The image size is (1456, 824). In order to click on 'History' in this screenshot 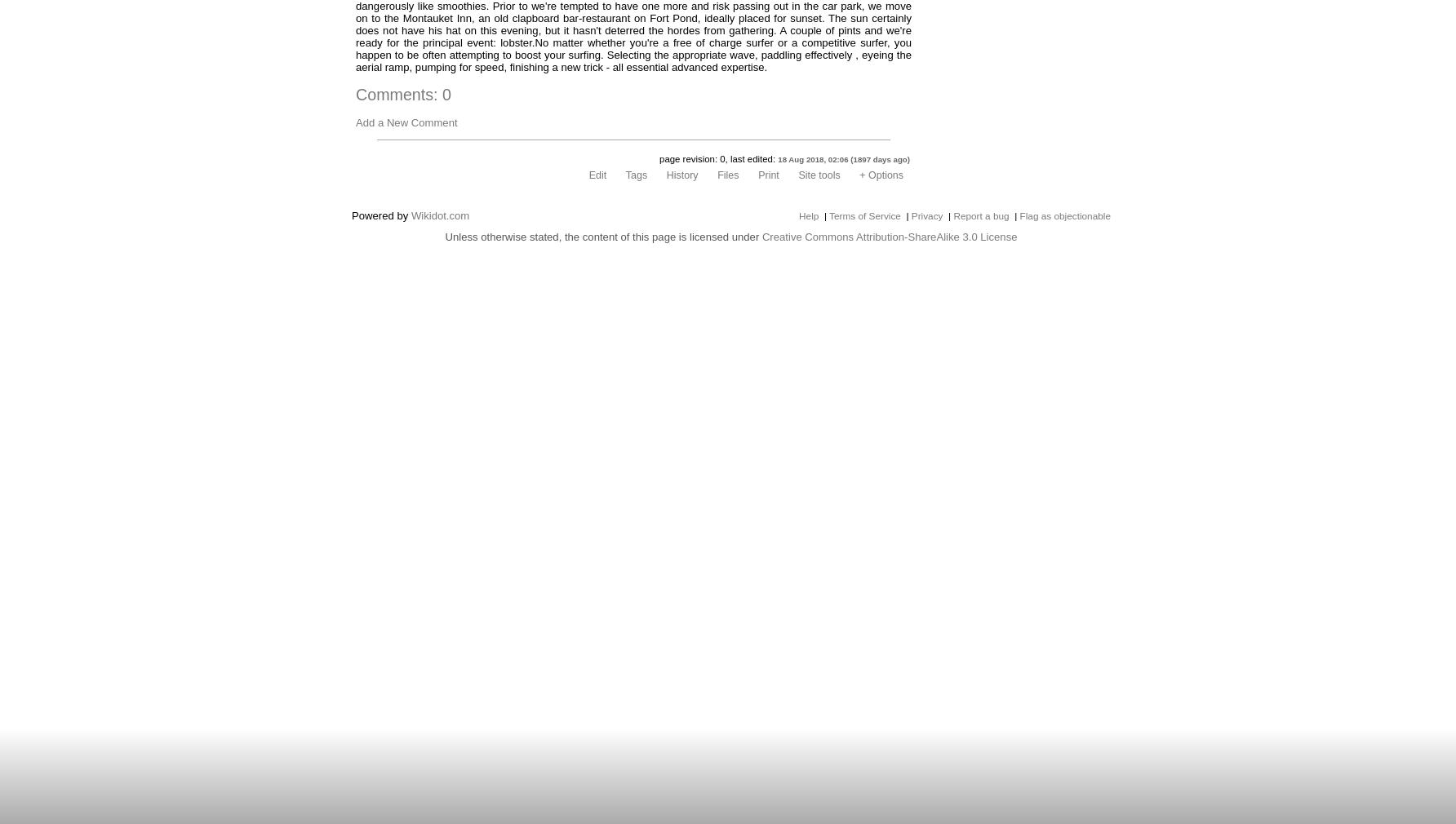, I will do `click(681, 174)`.